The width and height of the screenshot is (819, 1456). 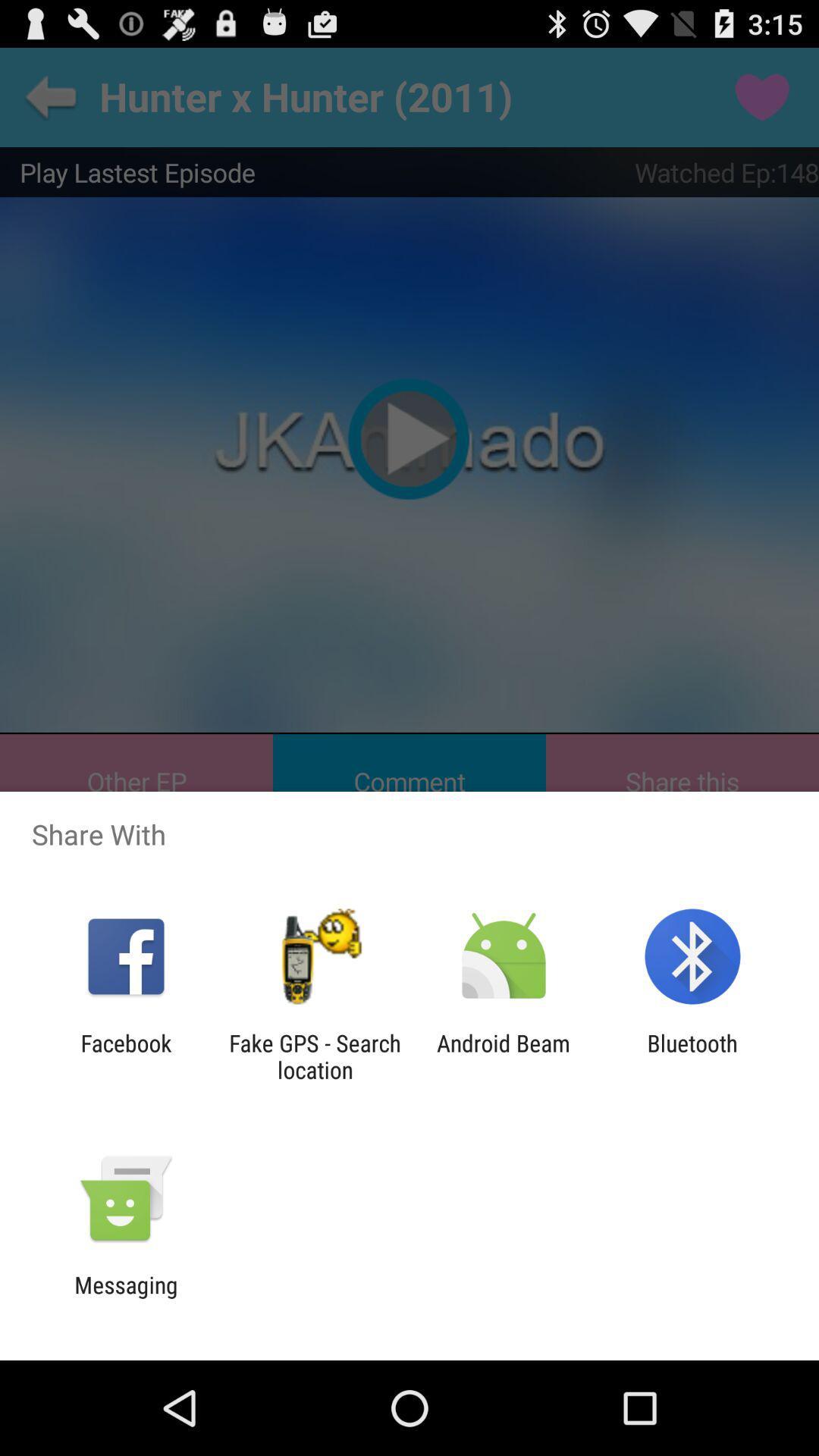 What do you see at coordinates (504, 1056) in the screenshot?
I see `android beam icon` at bounding box center [504, 1056].